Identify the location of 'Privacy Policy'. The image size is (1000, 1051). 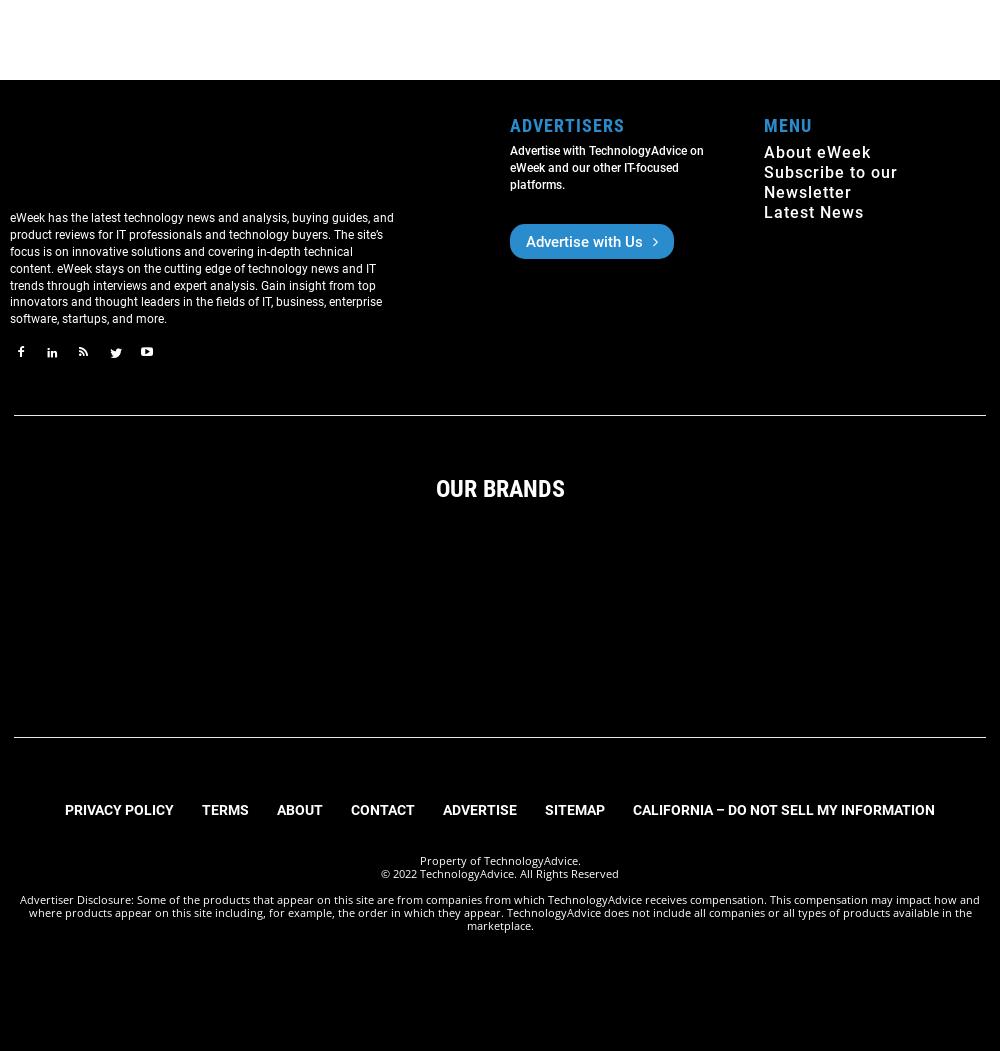
(118, 807).